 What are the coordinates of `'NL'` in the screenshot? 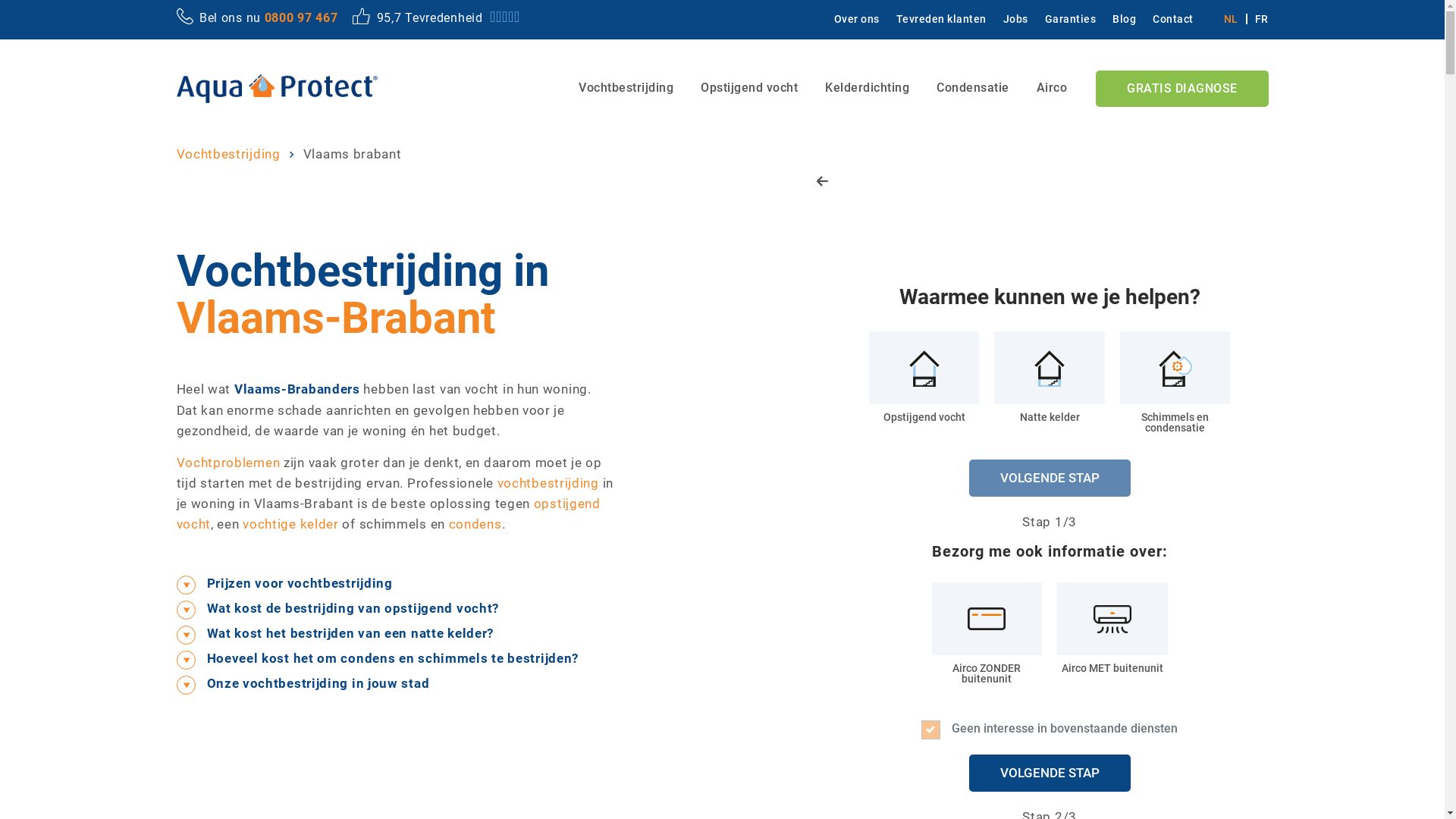 It's located at (1223, 18).